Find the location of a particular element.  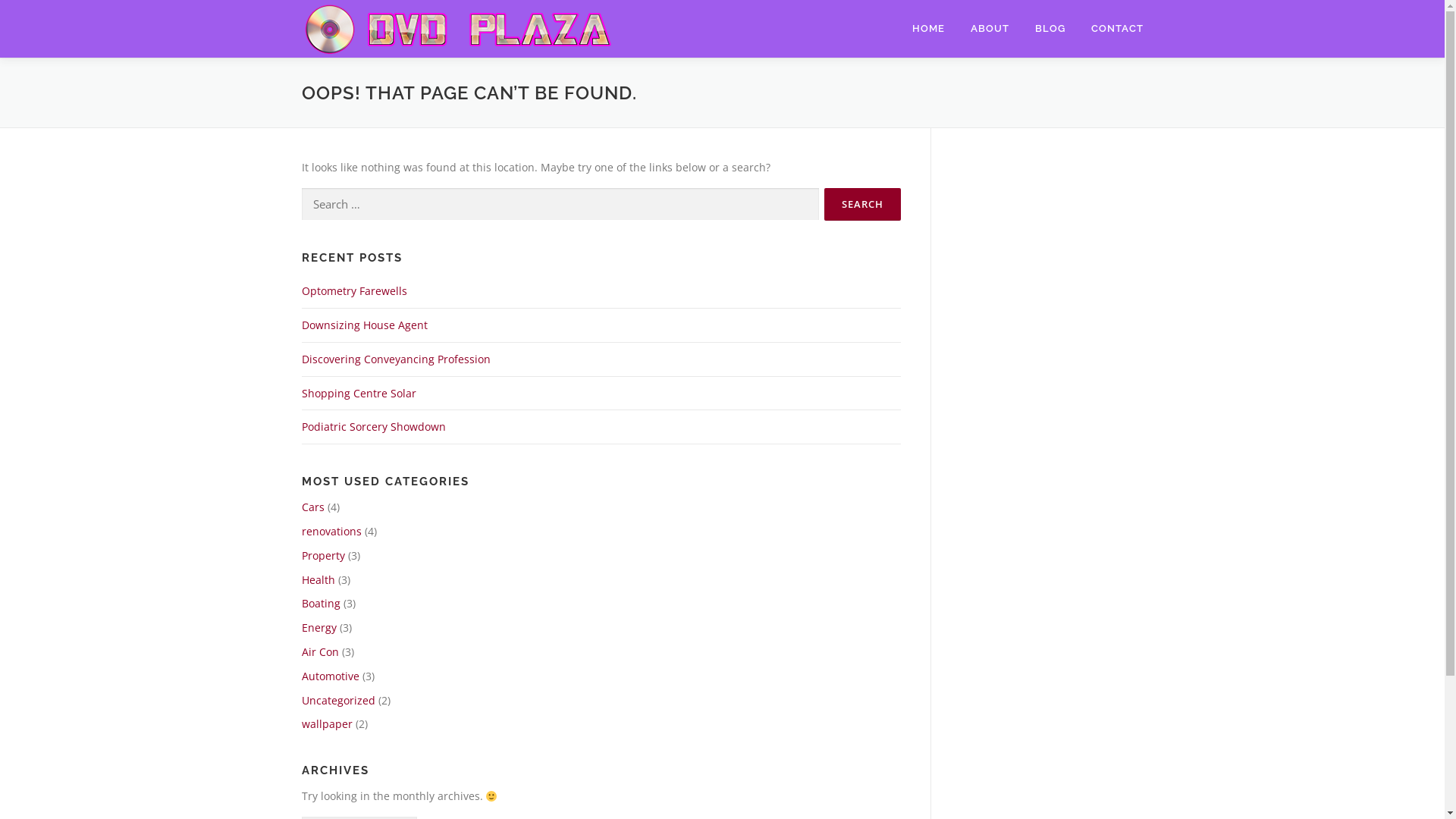

'Energy' is located at coordinates (318, 627).